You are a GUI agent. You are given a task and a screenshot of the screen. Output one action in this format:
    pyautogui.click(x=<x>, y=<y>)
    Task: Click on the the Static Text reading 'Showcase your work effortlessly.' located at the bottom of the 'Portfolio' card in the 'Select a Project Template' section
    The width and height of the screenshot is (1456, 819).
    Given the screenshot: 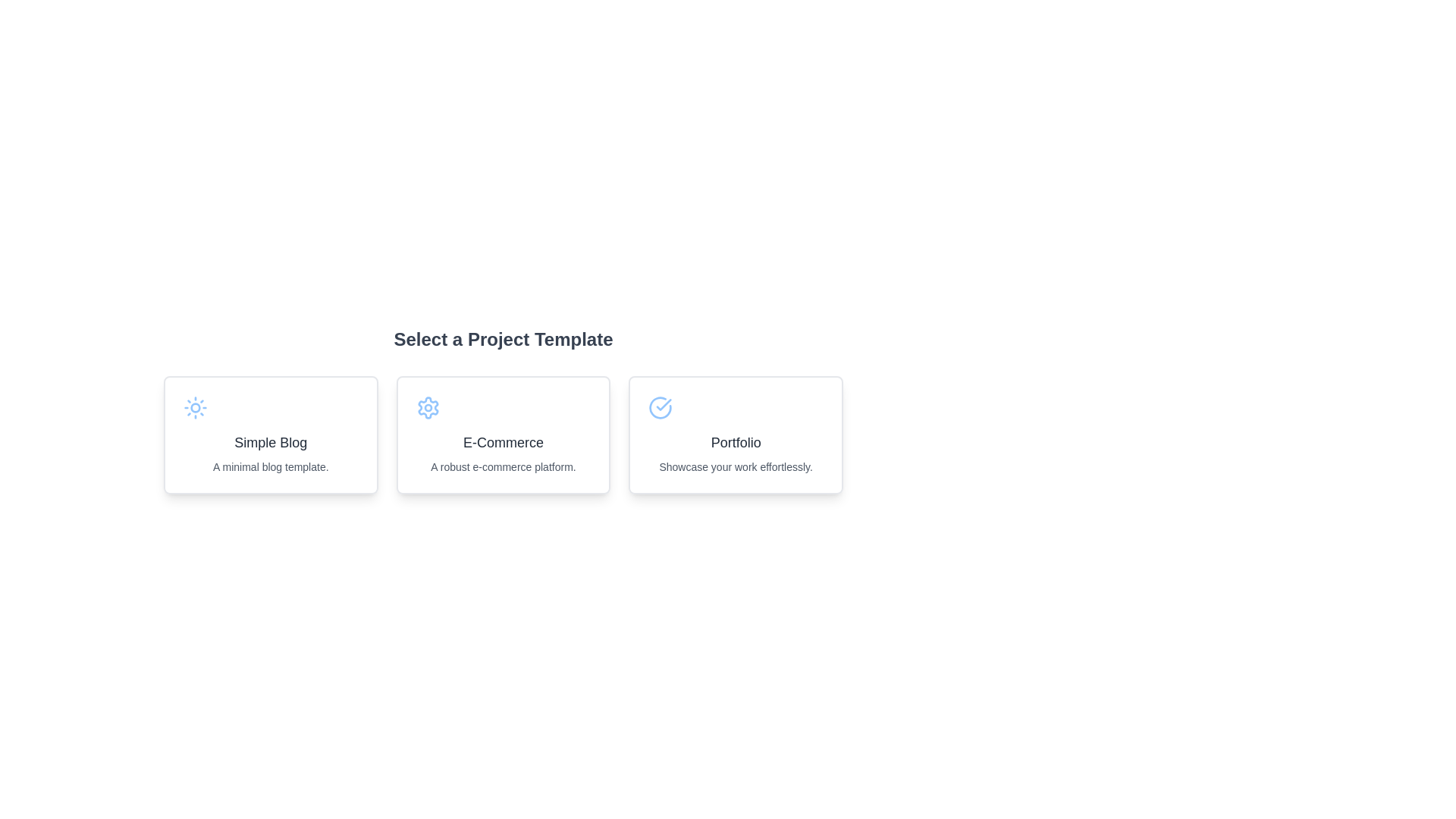 What is the action you would take?
    pyautogui.click(x=736, y=466)
    